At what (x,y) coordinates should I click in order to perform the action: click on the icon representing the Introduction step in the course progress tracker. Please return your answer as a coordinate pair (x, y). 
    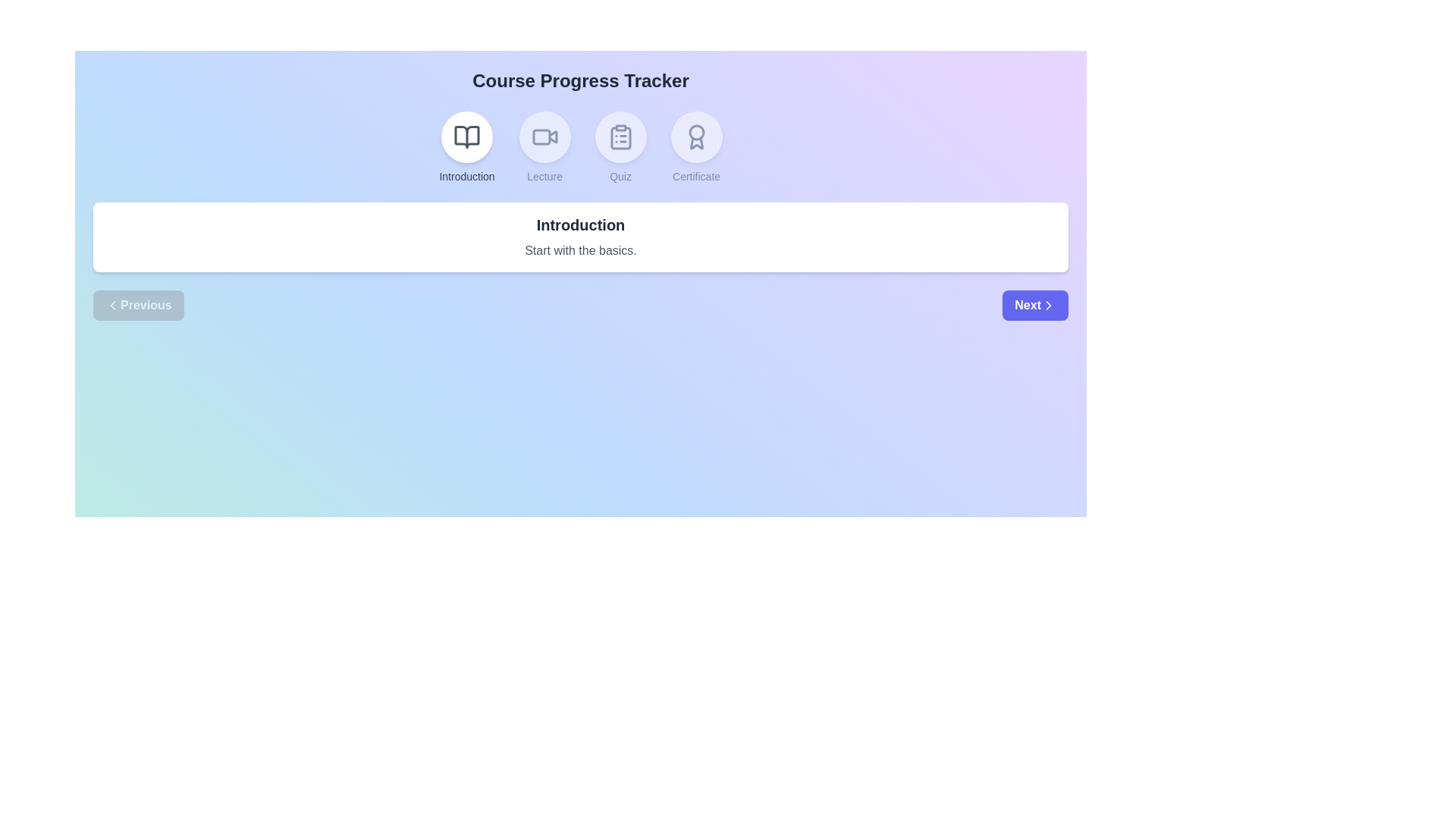
    Looking at the image, I should click on (466, 137).